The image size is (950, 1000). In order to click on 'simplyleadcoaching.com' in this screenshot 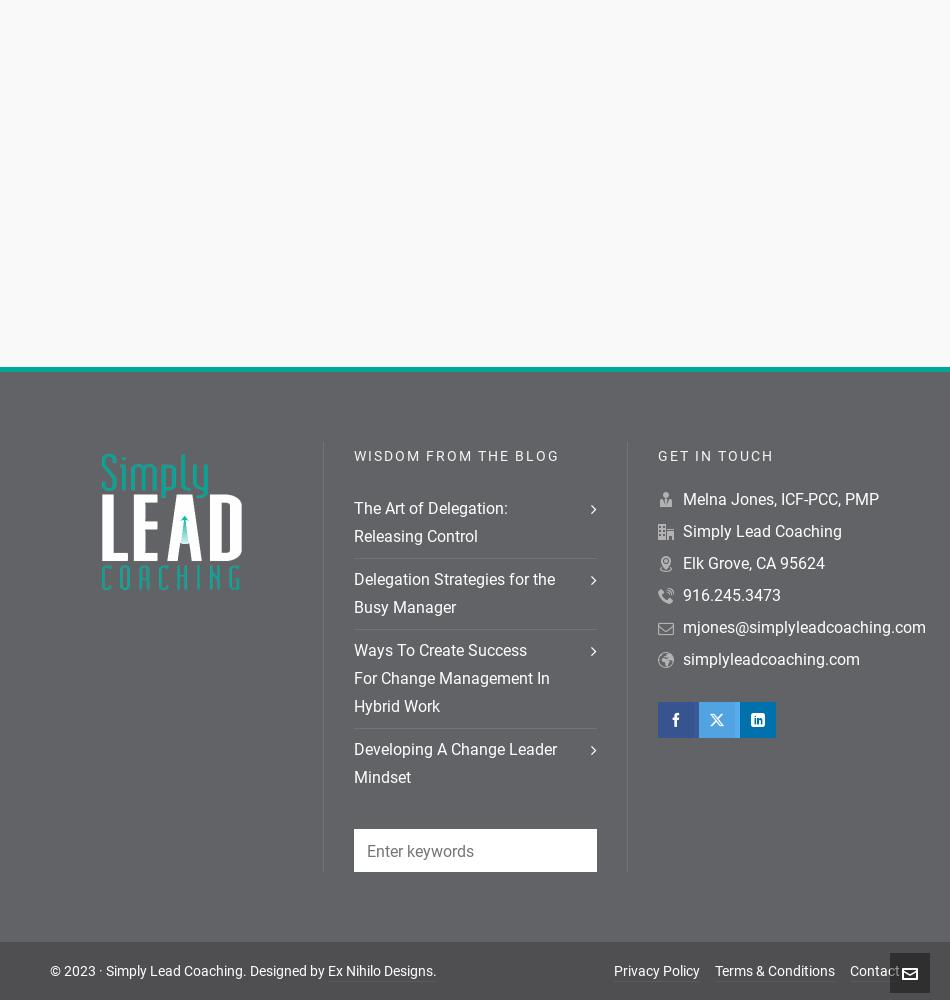, I will do `click(682, 659)`.